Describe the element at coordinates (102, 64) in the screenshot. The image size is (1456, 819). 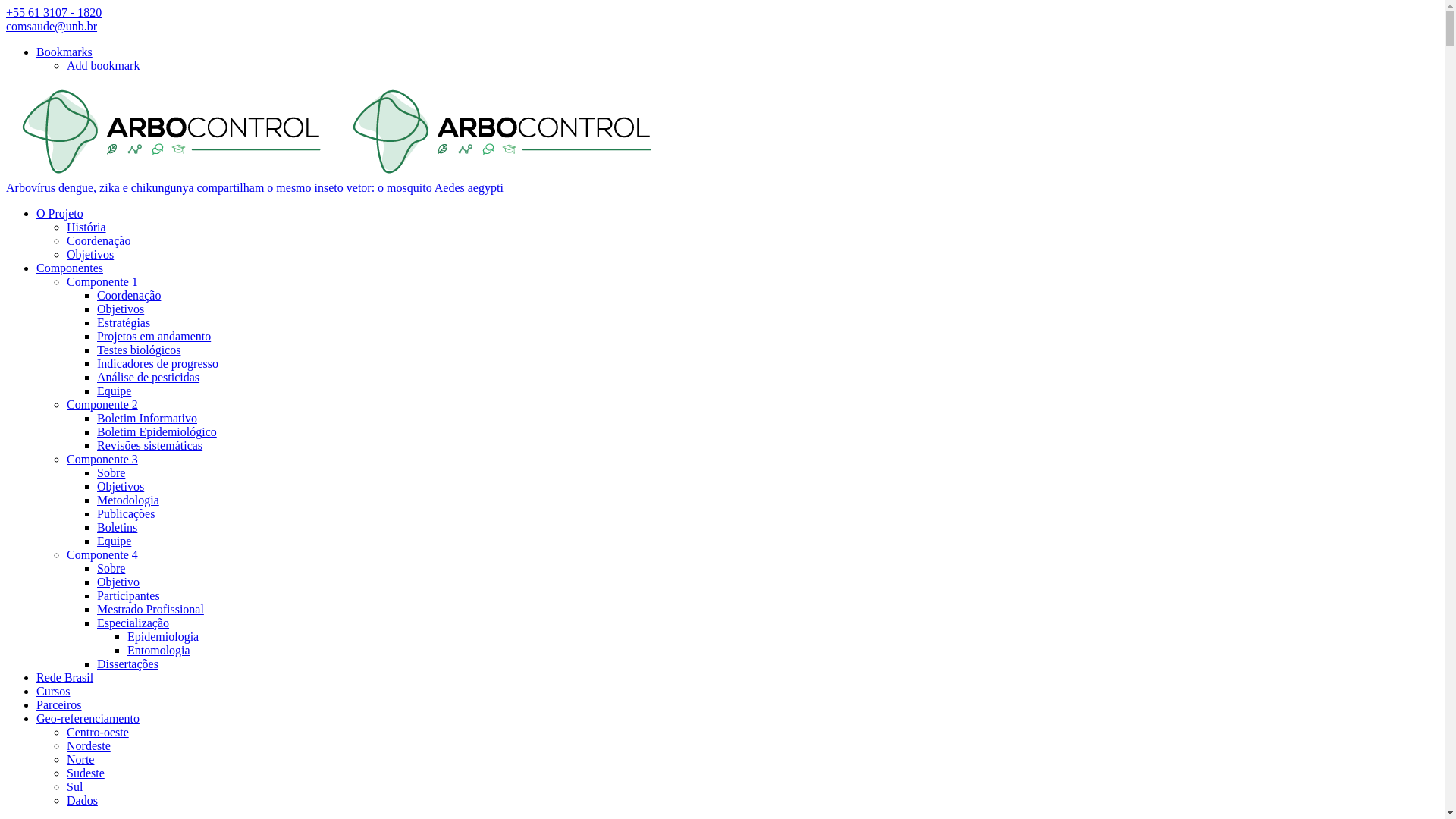
I see `'Add bookmark'` at that location.